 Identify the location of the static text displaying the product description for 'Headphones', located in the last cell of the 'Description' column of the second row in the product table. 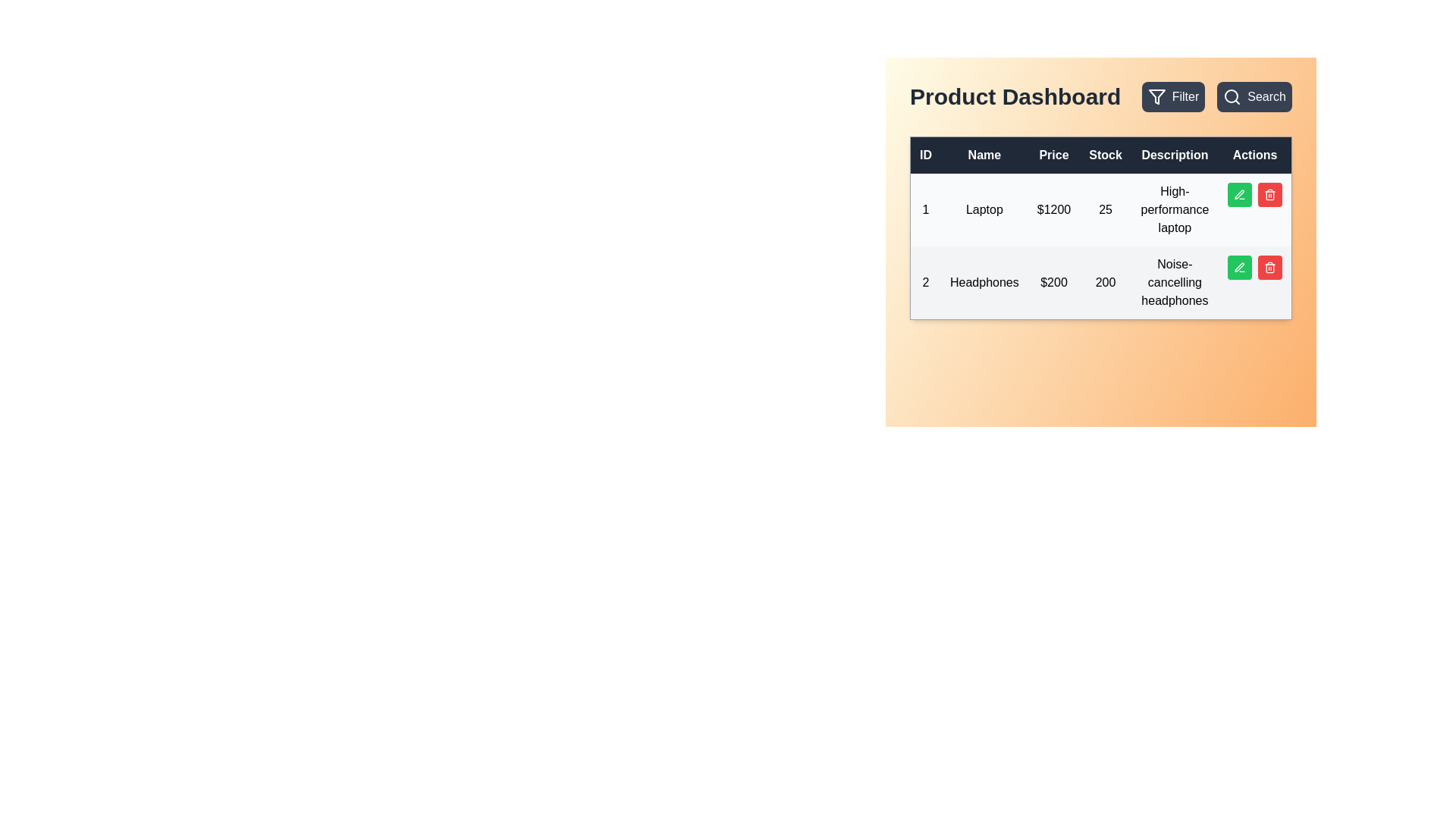
(1174, 283).